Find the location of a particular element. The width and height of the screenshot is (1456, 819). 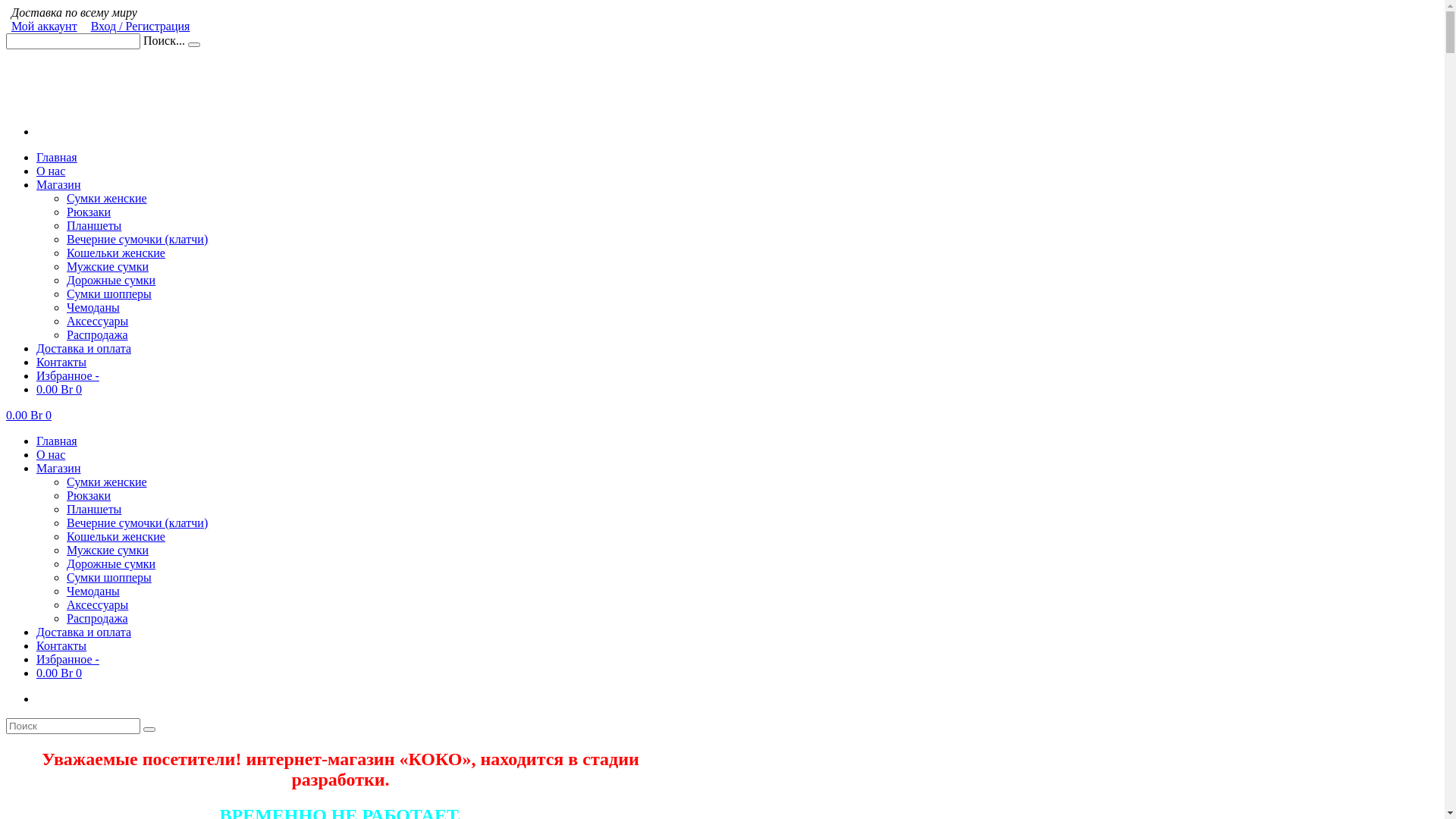

'0.00 Br 0' is located at coordinates (58, 388).